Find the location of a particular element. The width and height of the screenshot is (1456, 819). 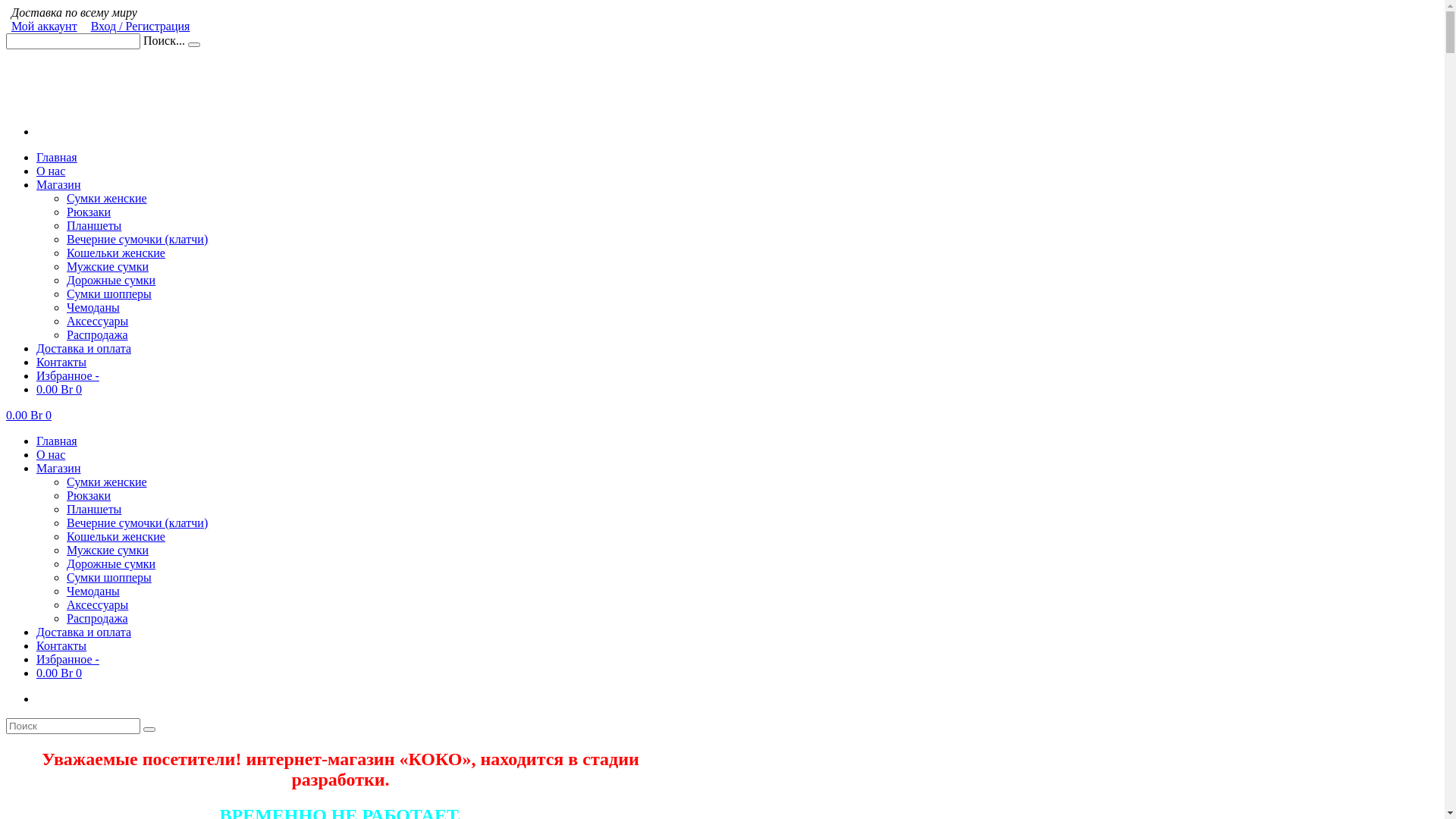

'0.00 Br 0' is located at coordinates (58, 388).